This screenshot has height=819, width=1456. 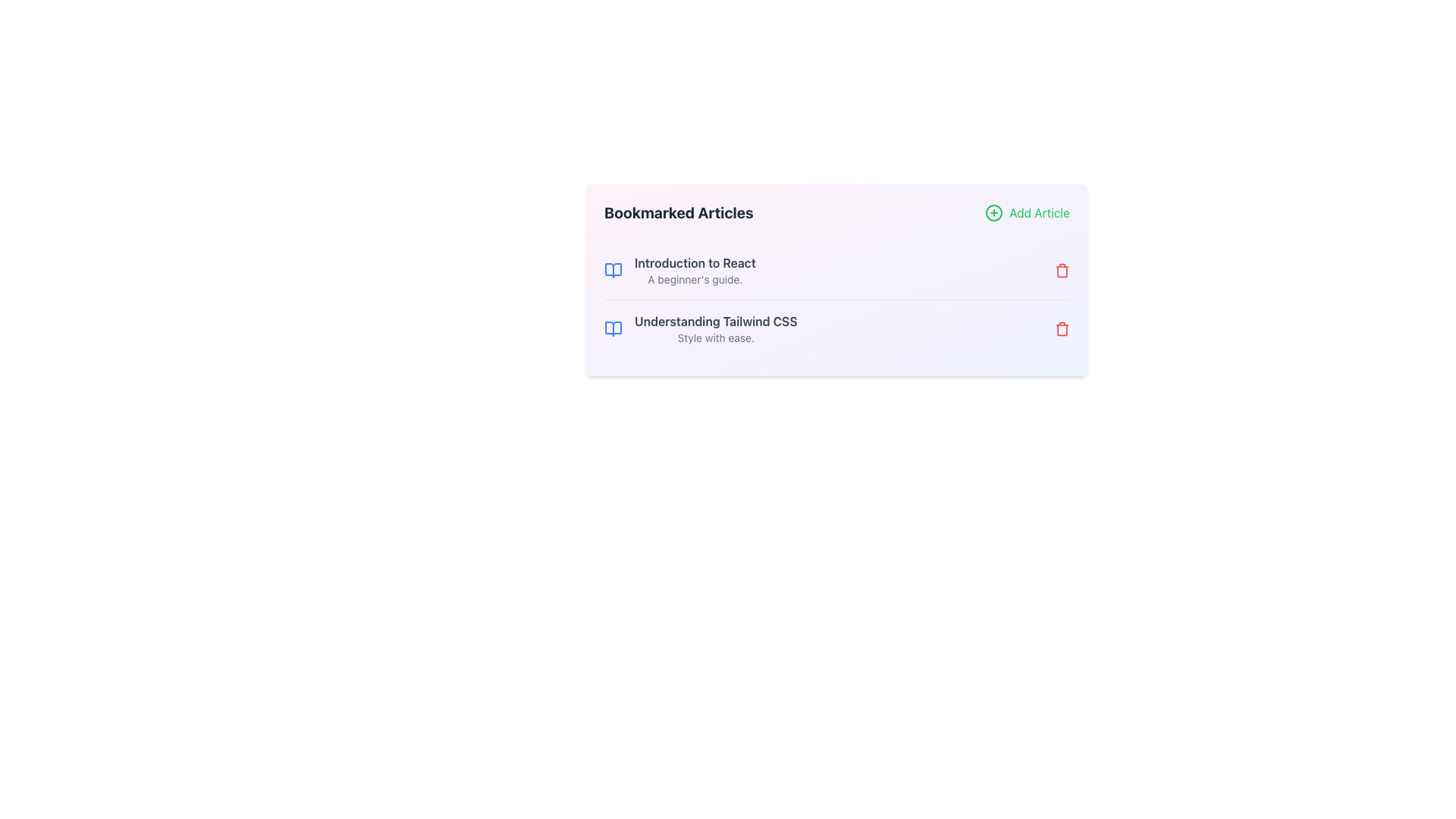 I want to click on the green icon button resembling a circled plus sign located at the top-right corner of the card-like interface, adjacent to the 'Add Article' text, so click(x=993, y=213).